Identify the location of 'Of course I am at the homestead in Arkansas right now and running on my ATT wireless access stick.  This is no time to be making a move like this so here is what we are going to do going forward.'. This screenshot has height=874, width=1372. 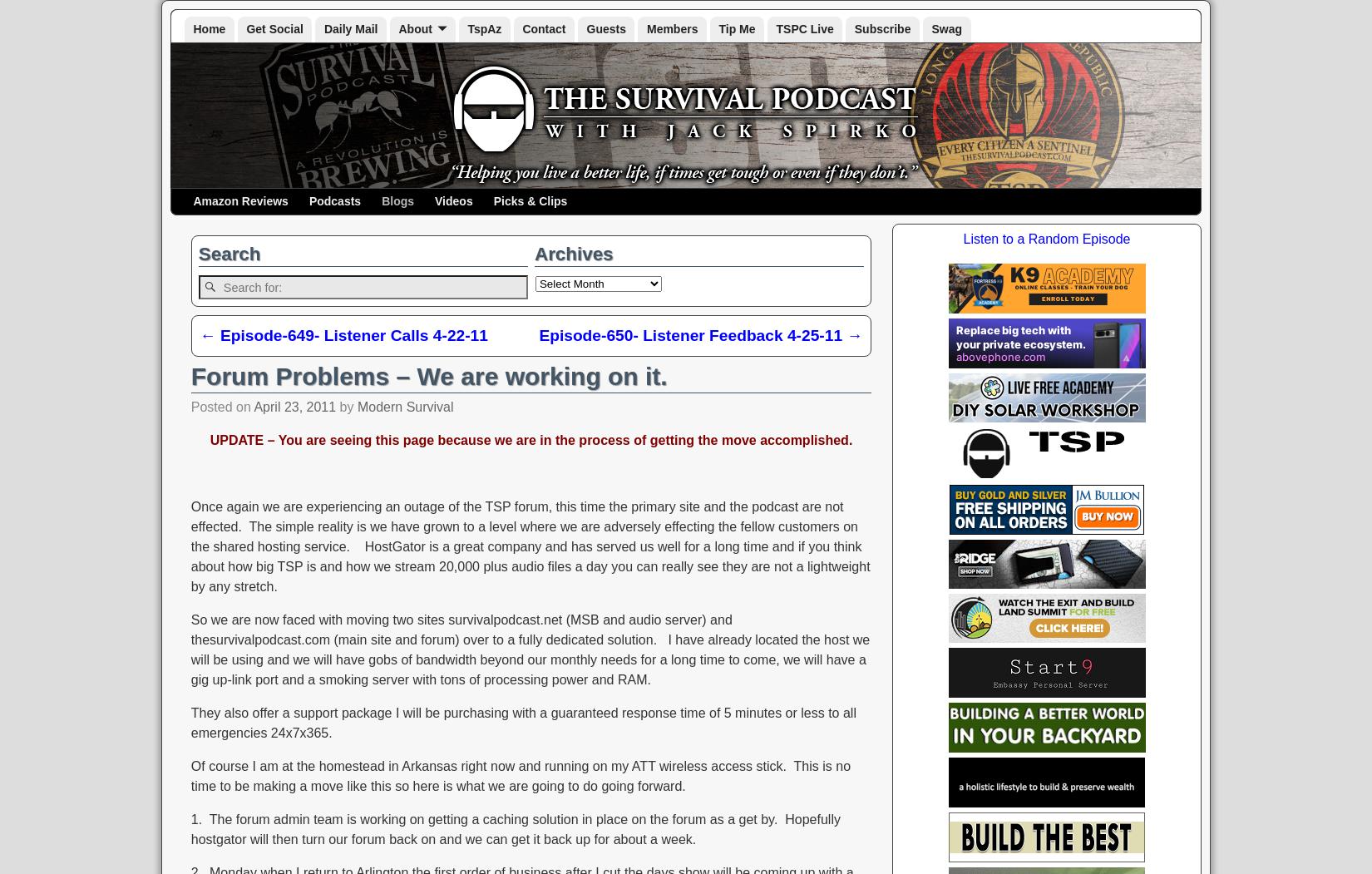
(190, 774).